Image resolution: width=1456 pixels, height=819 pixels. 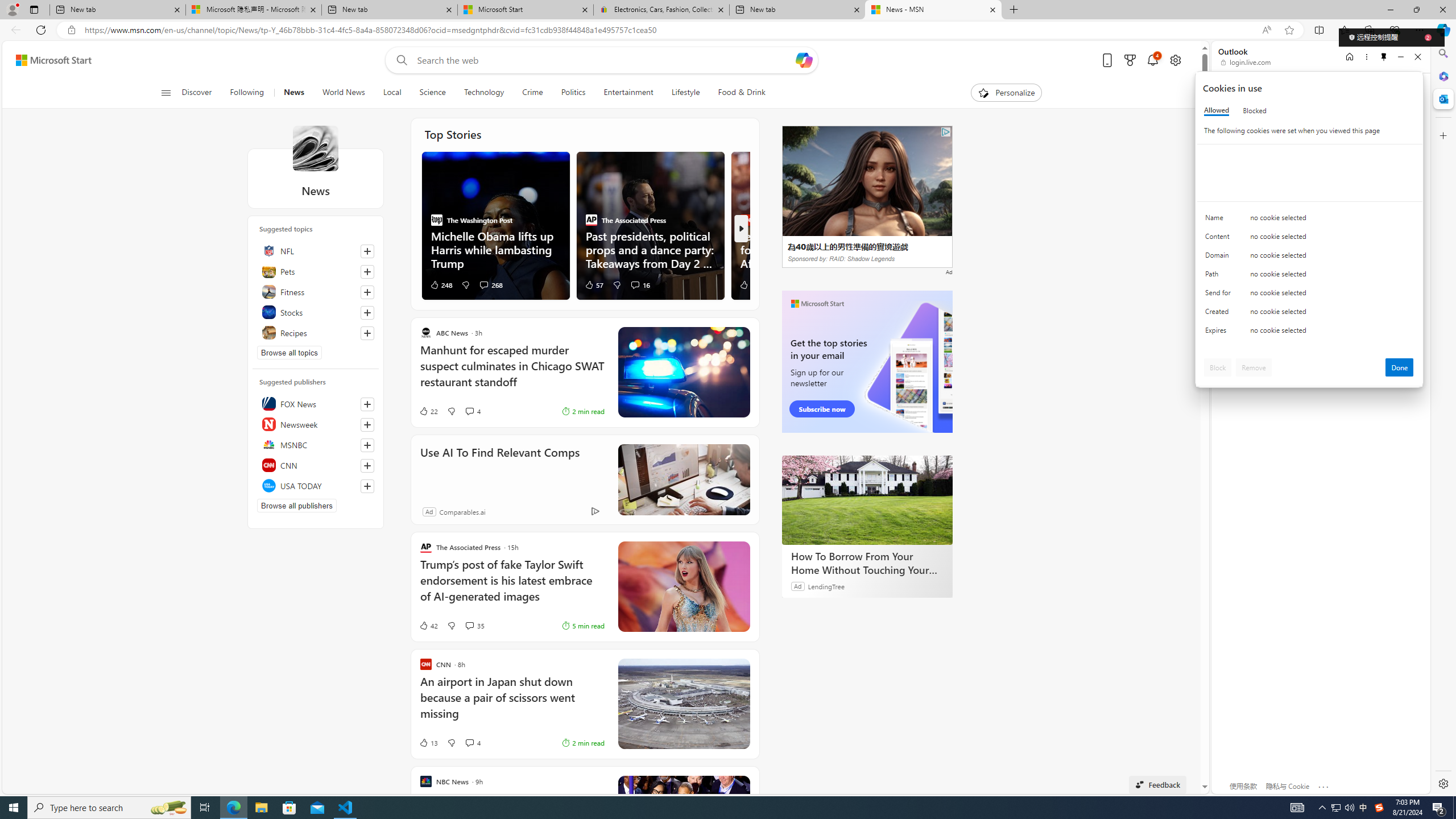 What do you see at coordinates (821, 409) in the screenshot?
I see `'Subscribe now'` at bounding box center [821, 409].